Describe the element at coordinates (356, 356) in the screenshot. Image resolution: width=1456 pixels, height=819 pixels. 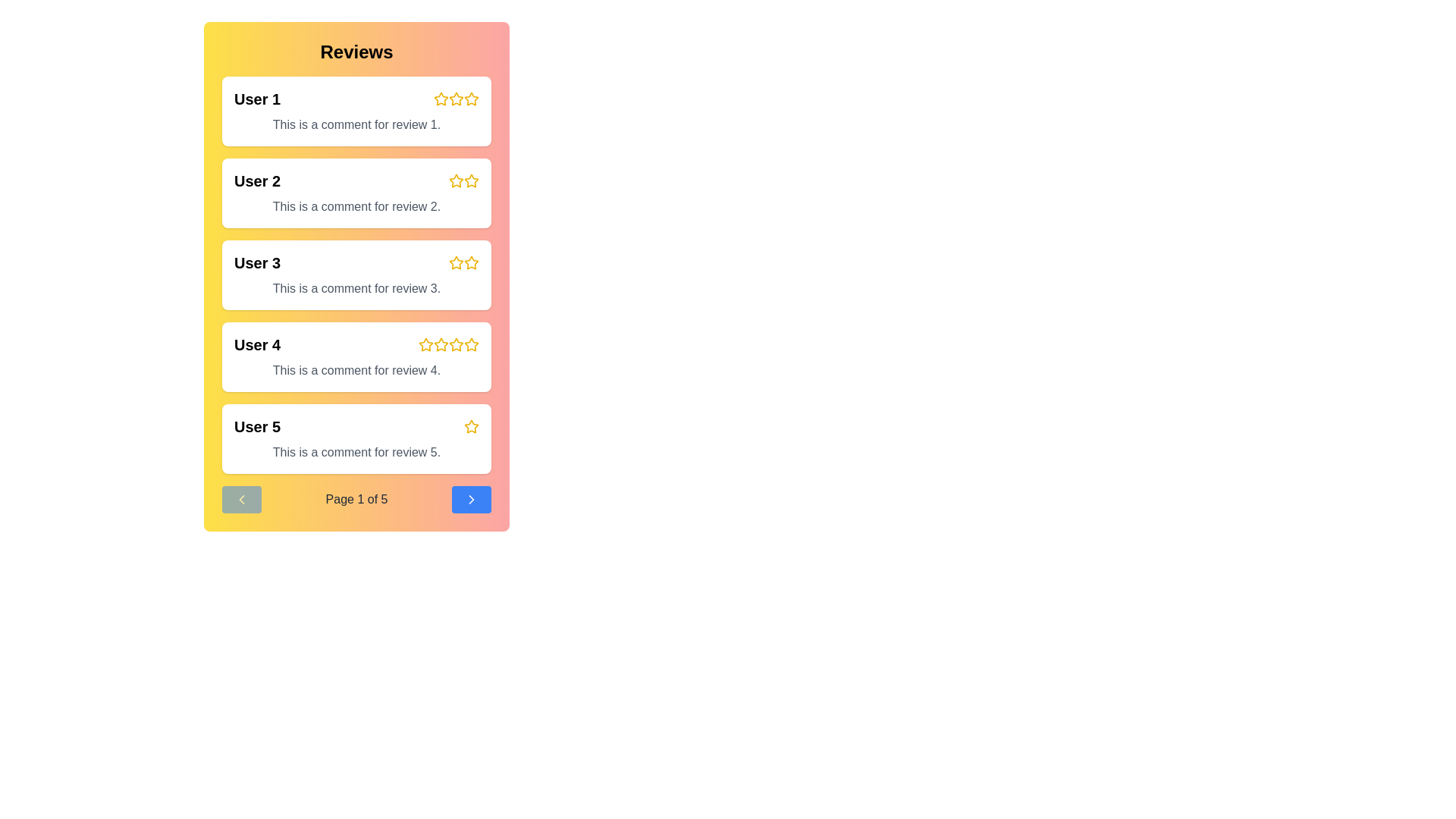
I see `the informational card representing a user review that displays the reviewer's name, comment, and a graphical rating with yellow stars, situated as the fourth card in a vertical list of review cards` at that location.